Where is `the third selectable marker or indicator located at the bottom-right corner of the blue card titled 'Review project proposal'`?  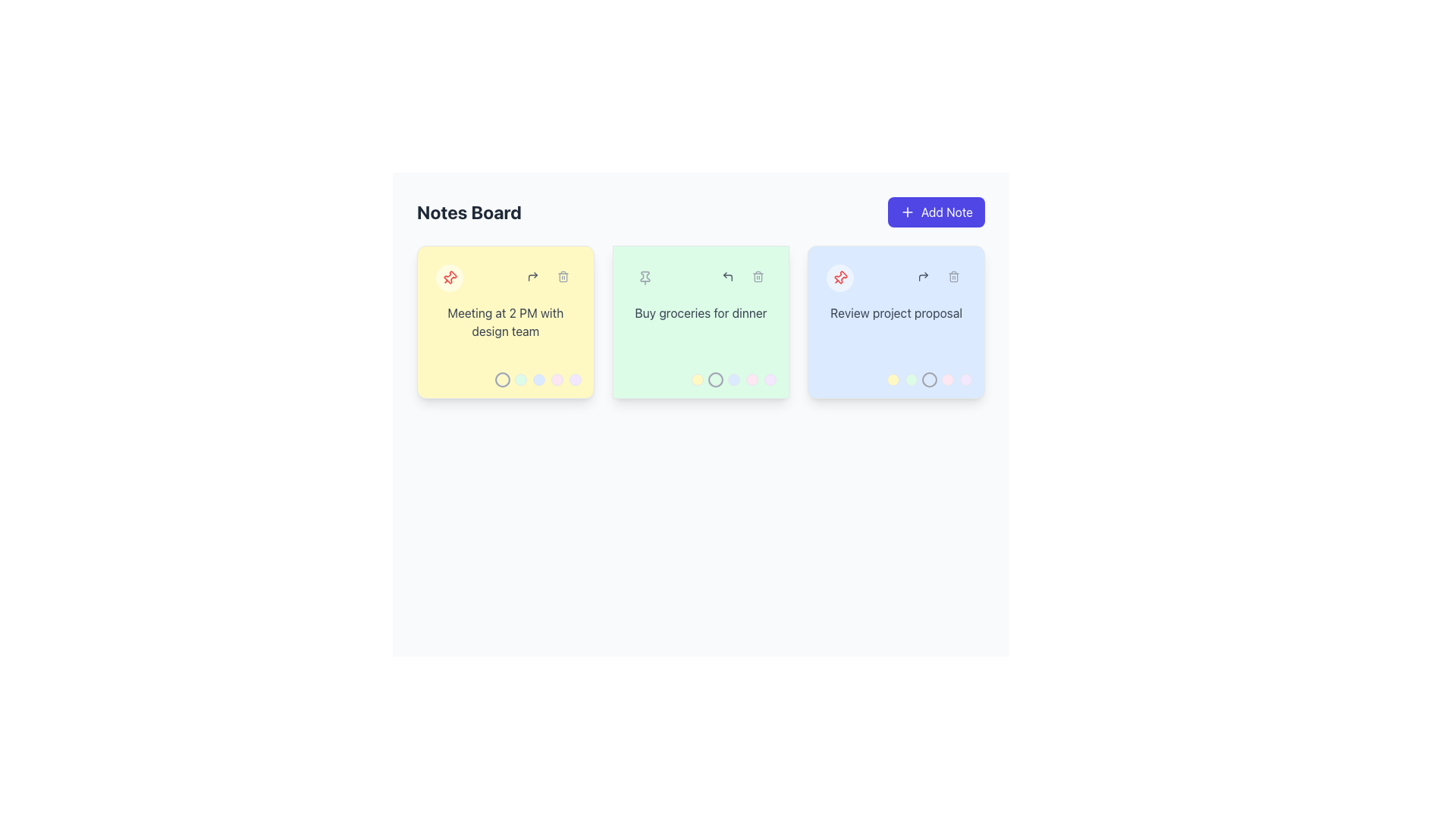
the third selectable marker or indicator located at the bottom-right corner of the blue card titled 'Review project proposal' is located at coordinates (928, 379).